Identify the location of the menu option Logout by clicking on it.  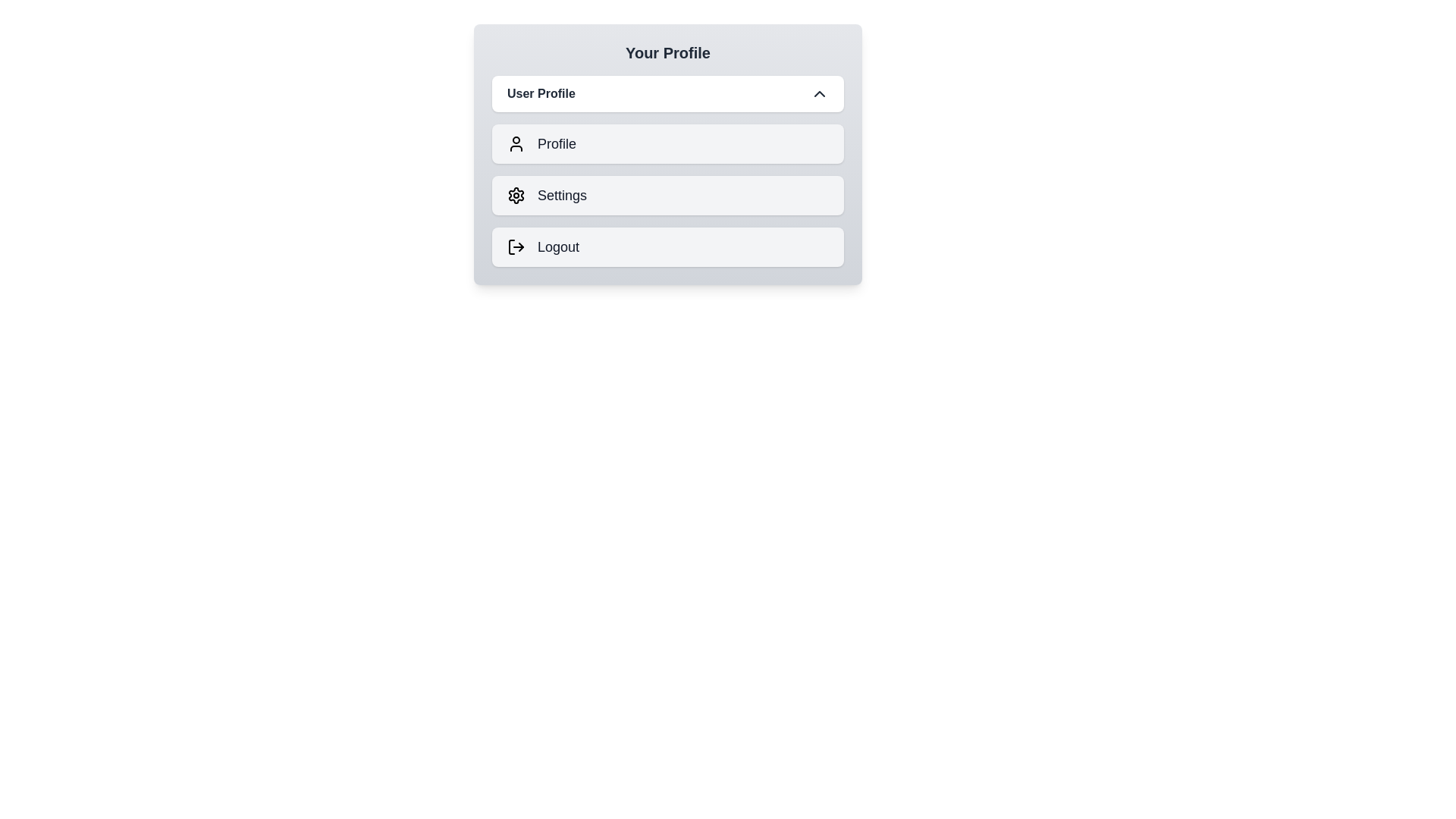
(667, 246).